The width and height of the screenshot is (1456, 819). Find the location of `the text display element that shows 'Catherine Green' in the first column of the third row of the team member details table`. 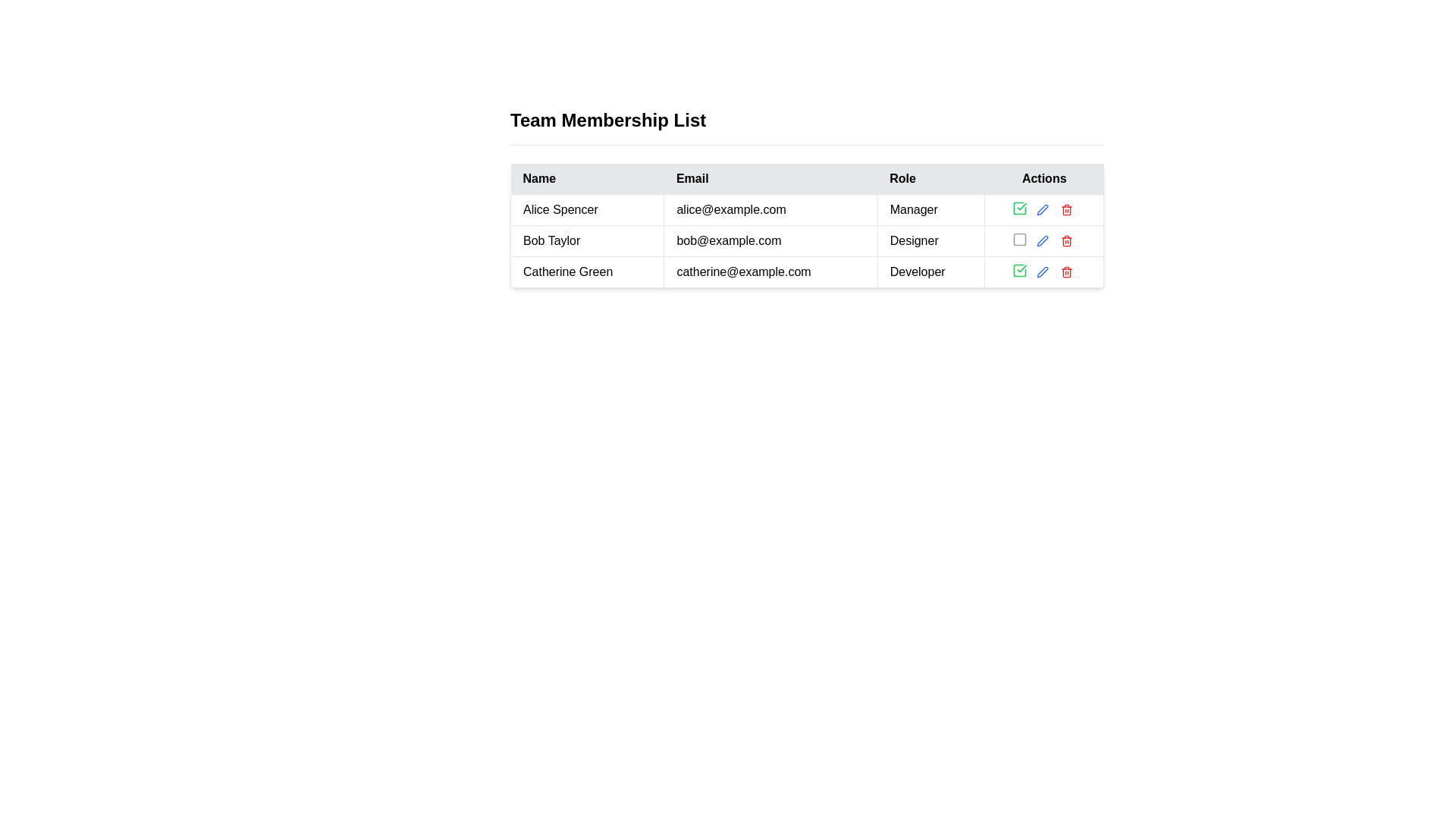

the text display element that shows 'Catherine Green' in the first column of the third row of the team member details table is located at coordinates (586, 271).